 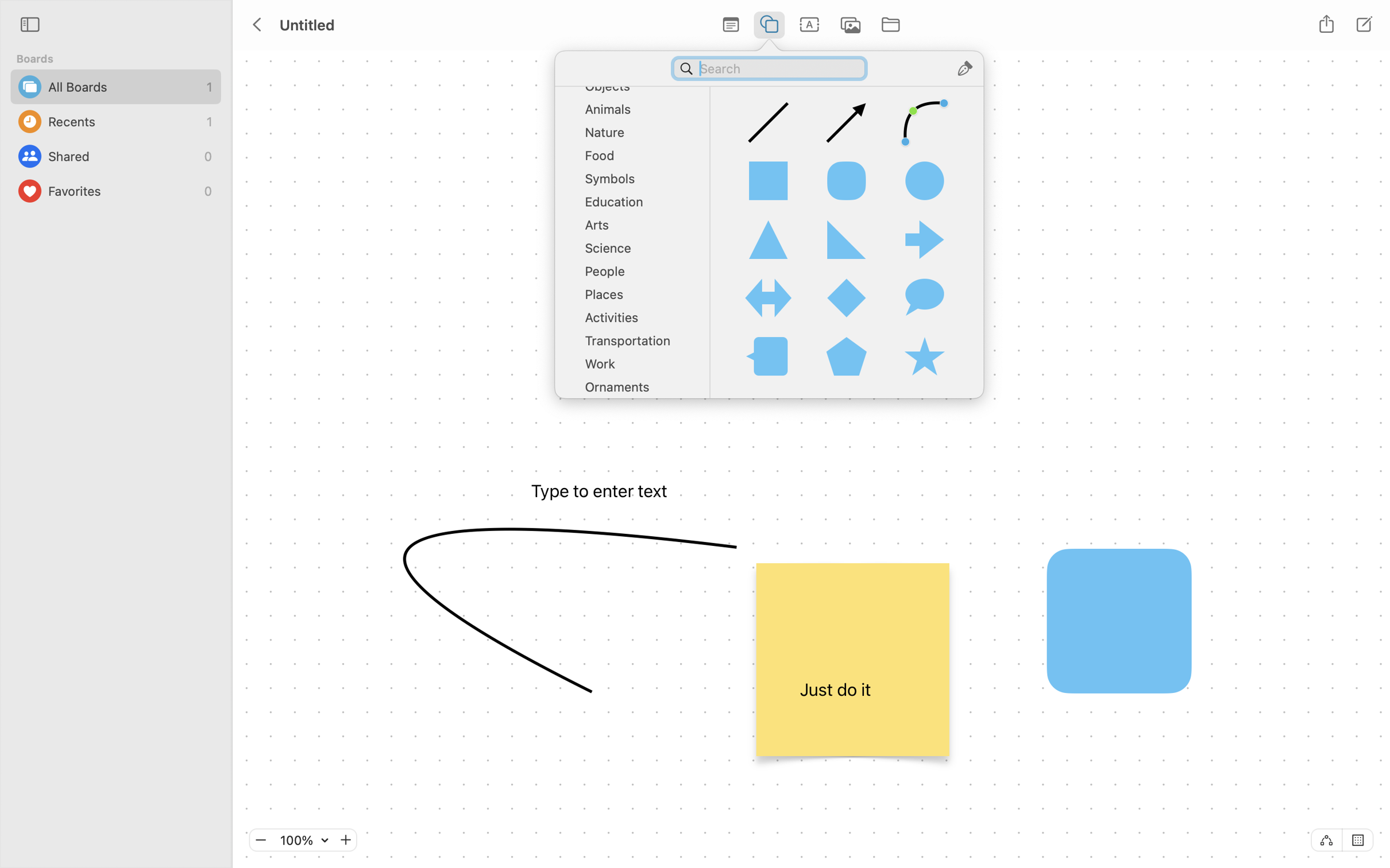 What do you see at coordinates (636, 390) in the screenshot?
I see `'Ornaments'` at bounding box center [636, 390].